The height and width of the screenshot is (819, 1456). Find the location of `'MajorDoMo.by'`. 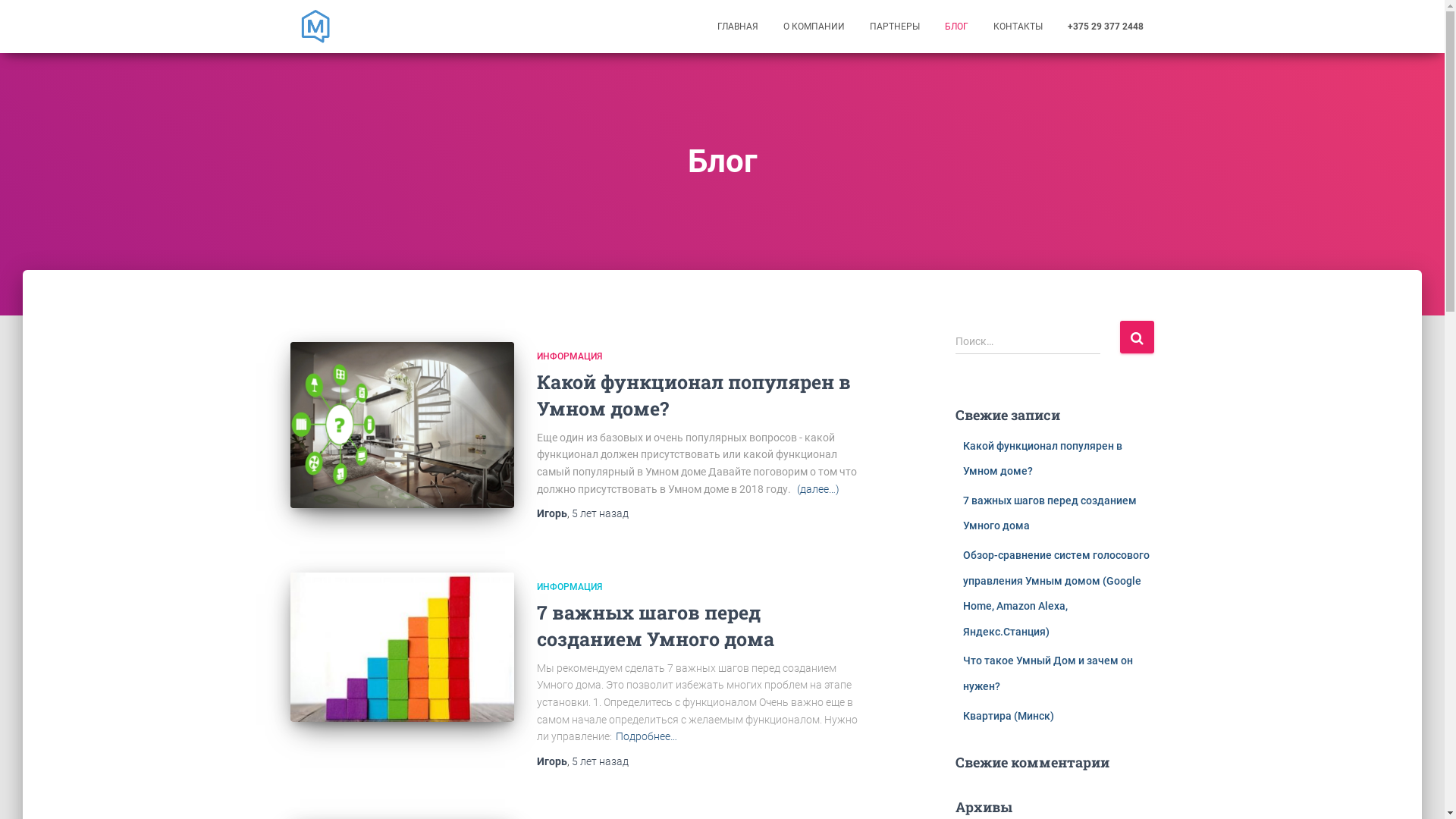

'MajorDoMo.by' is located at coordinates (314, 26).